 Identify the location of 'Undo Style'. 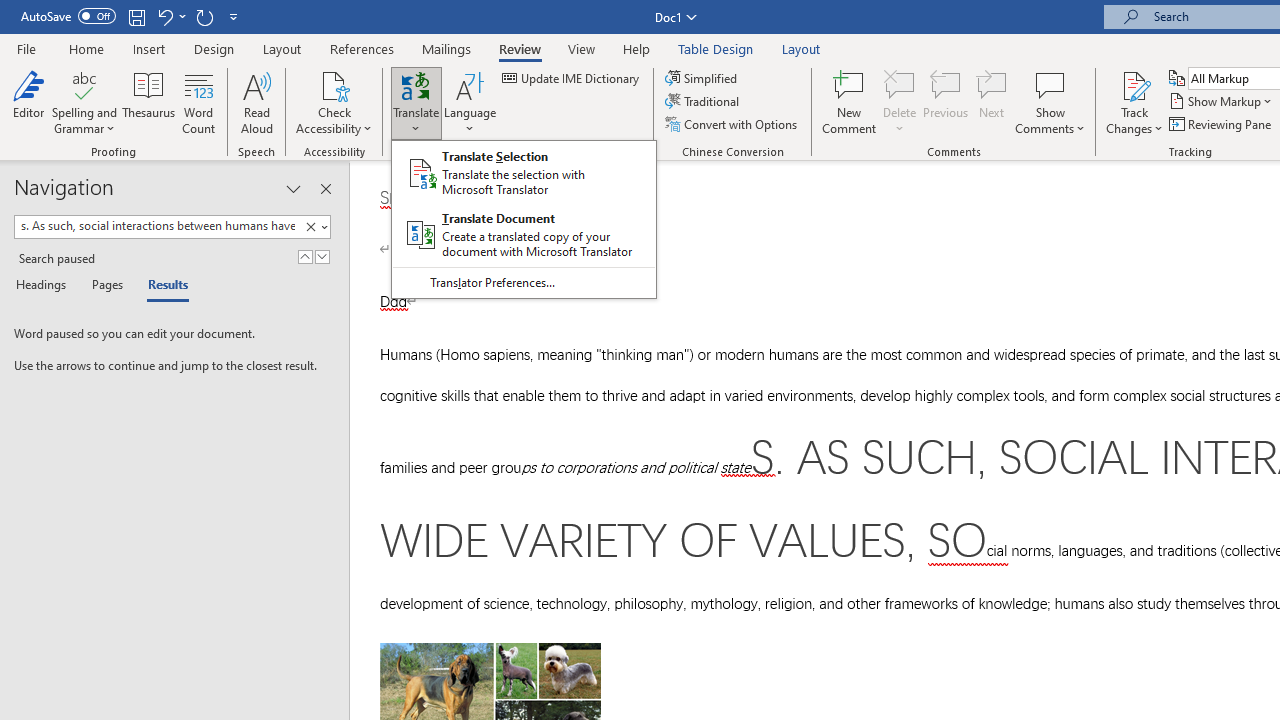
(164, 16).